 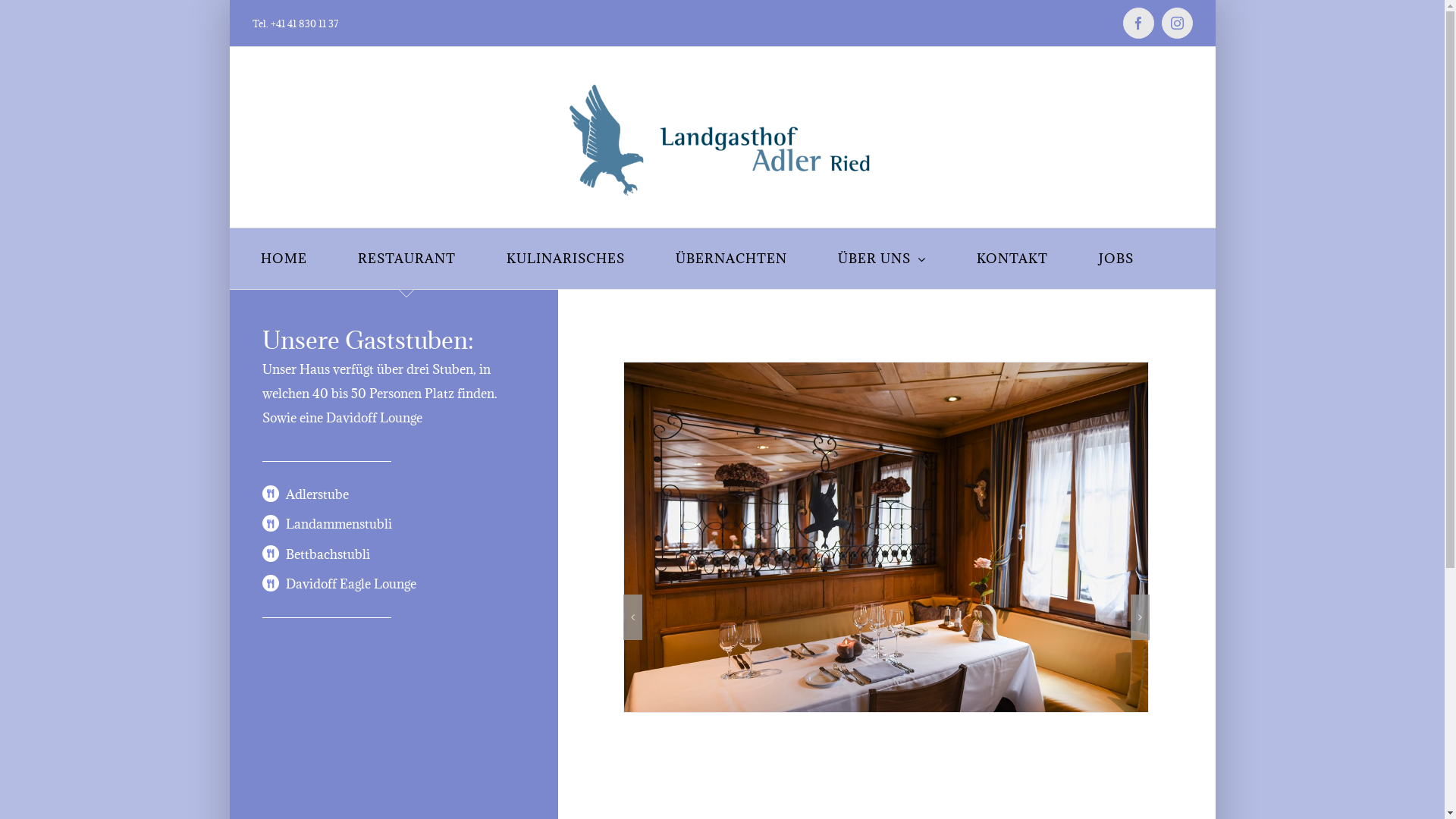 What do you see at coordinates (1115, 257) in the screenshot?
I see `'JOBS'` at bounding box center [1115, 257].